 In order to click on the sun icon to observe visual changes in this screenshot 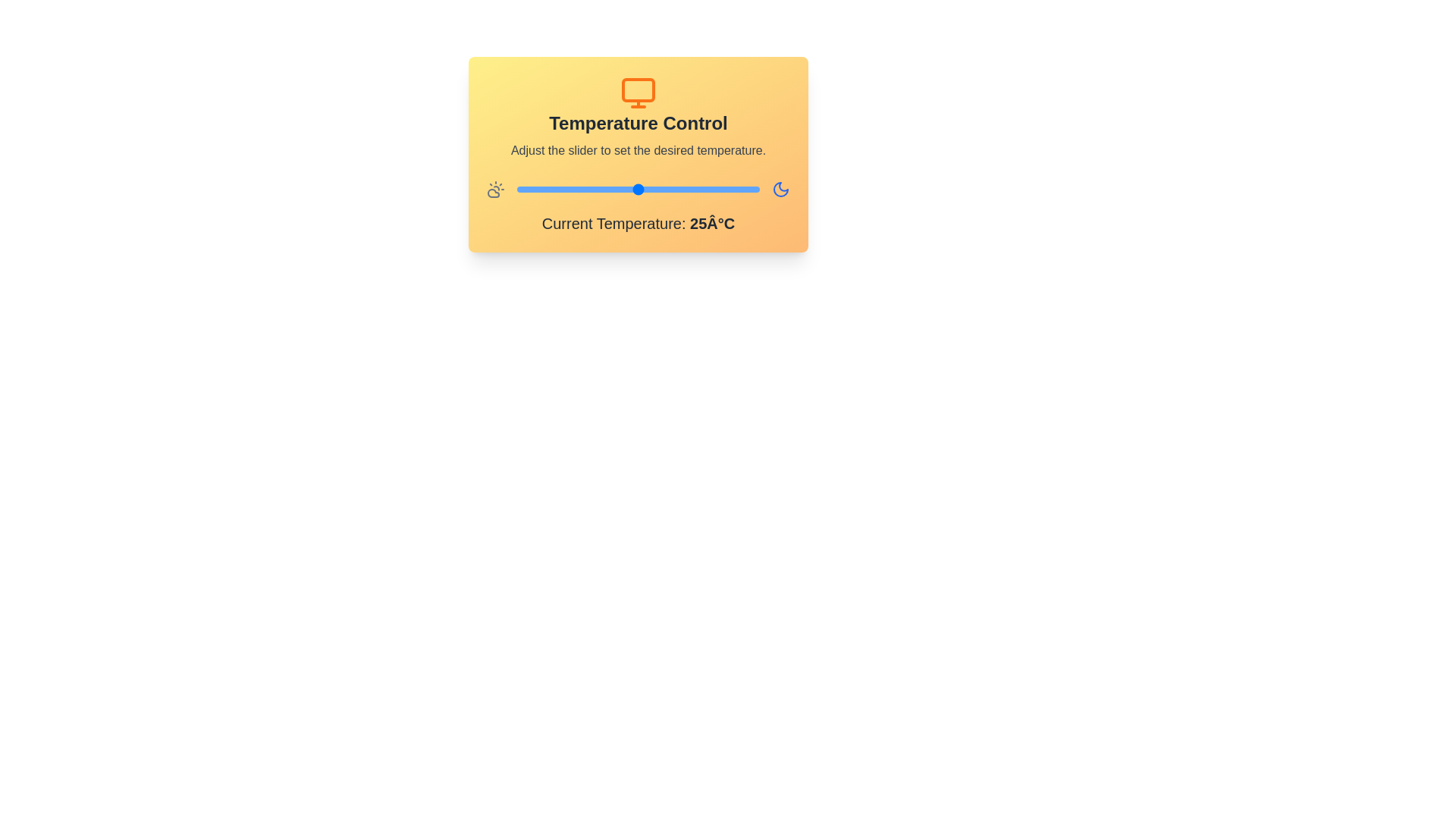, I will do `click(495, 189)`.